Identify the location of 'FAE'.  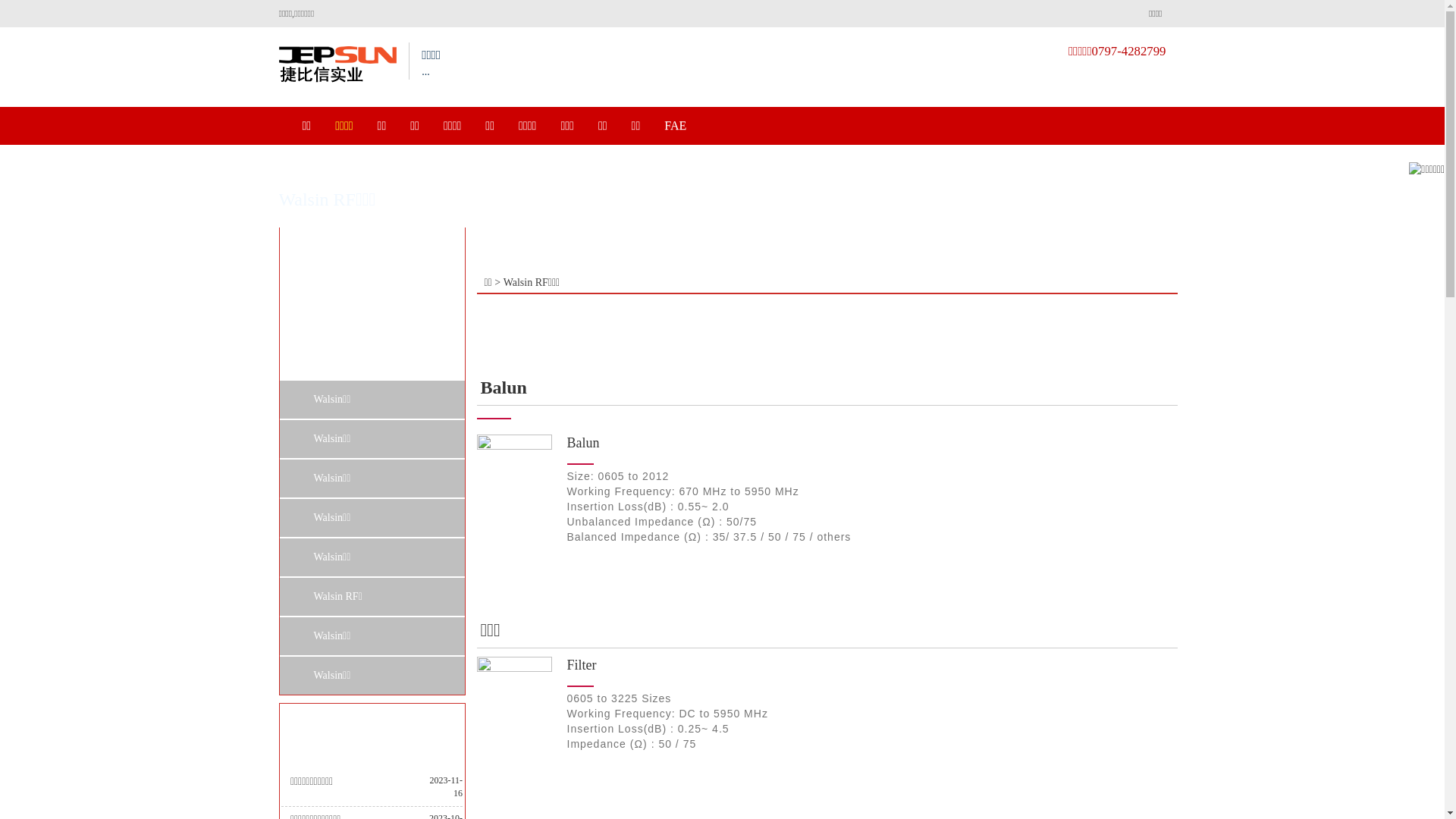
(674, 124).